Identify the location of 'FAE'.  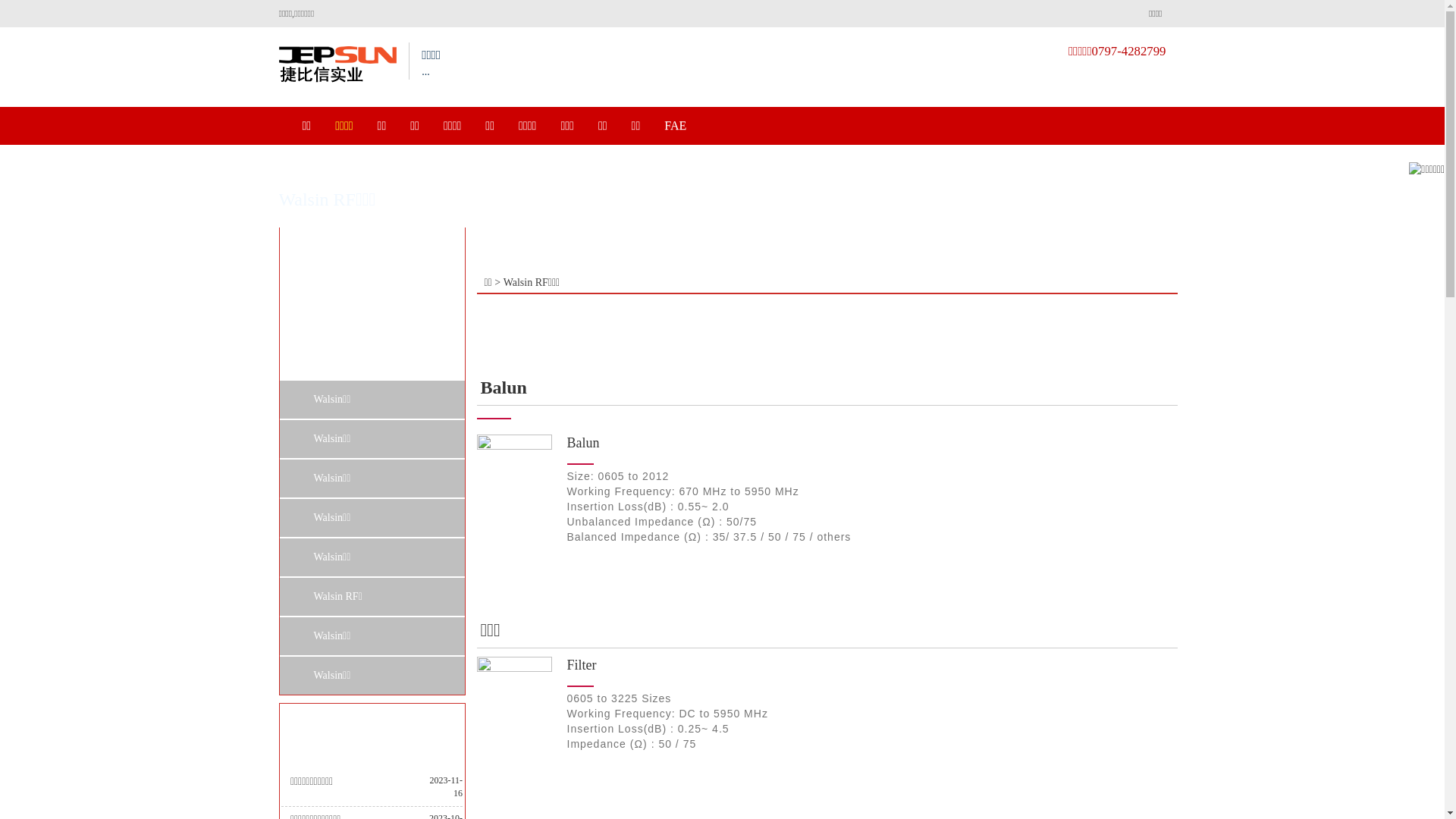
(674, 124).